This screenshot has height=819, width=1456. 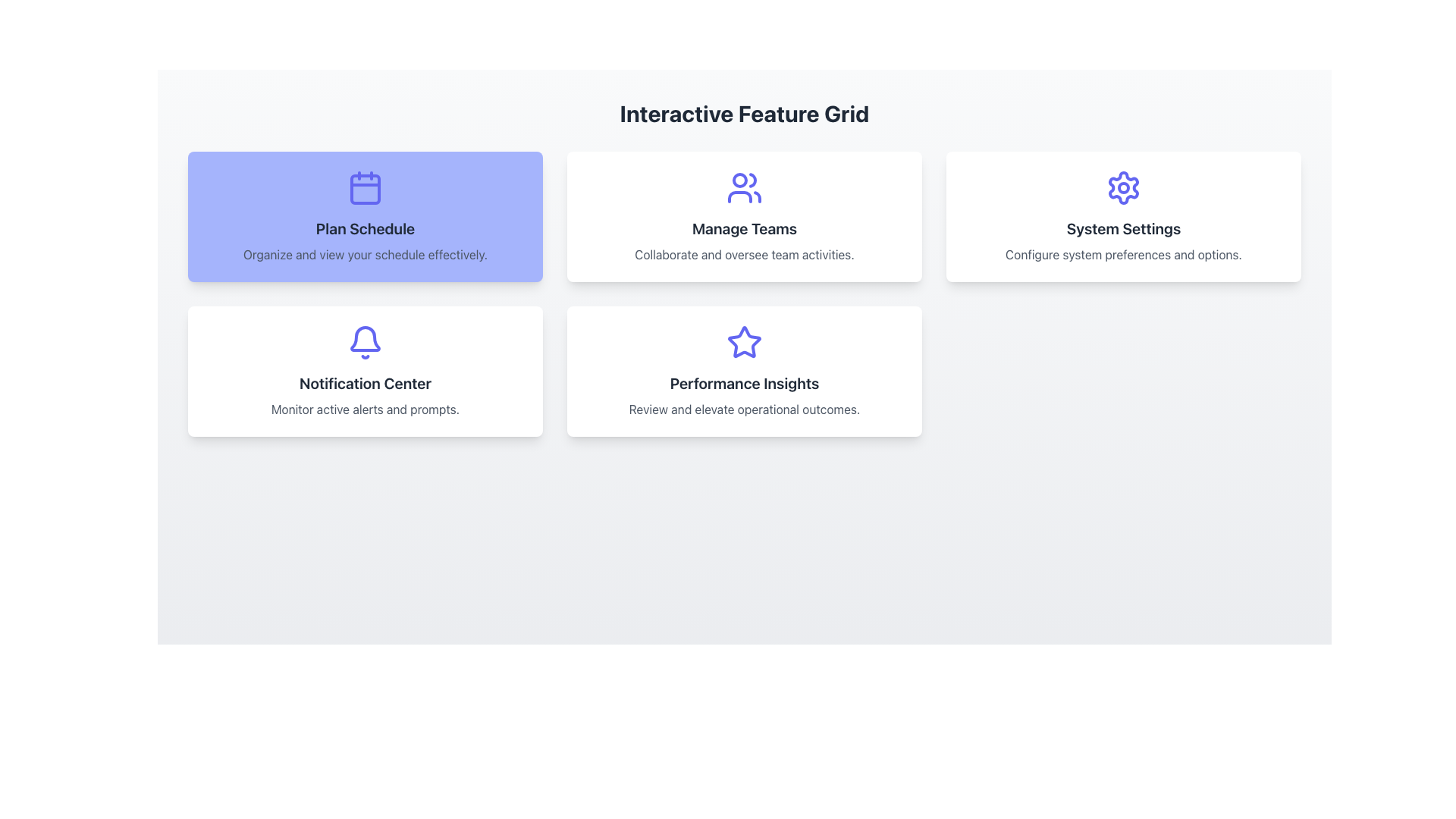 What do you see at coordinates (1124, 187) in the screenshot?
I see `the system settings icon located in the top half of the 'System Settings' card, which is positioned in the top-right corner of the feature grid` at bounding box center [1124, 187].